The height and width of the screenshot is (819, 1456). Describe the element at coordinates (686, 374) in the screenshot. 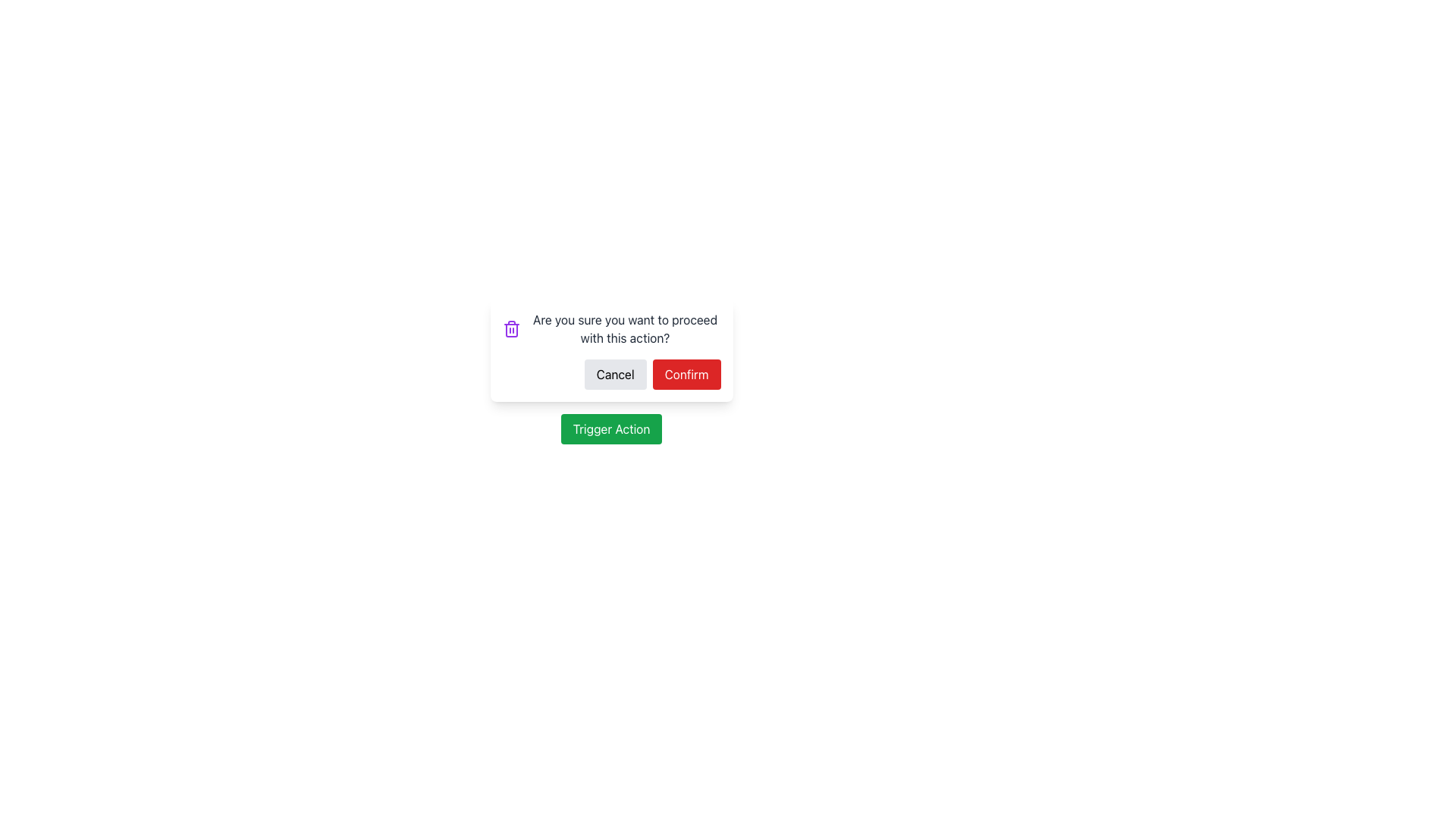

I see `the confirmation button located at the bottom-right corner of the dialog` at that location.